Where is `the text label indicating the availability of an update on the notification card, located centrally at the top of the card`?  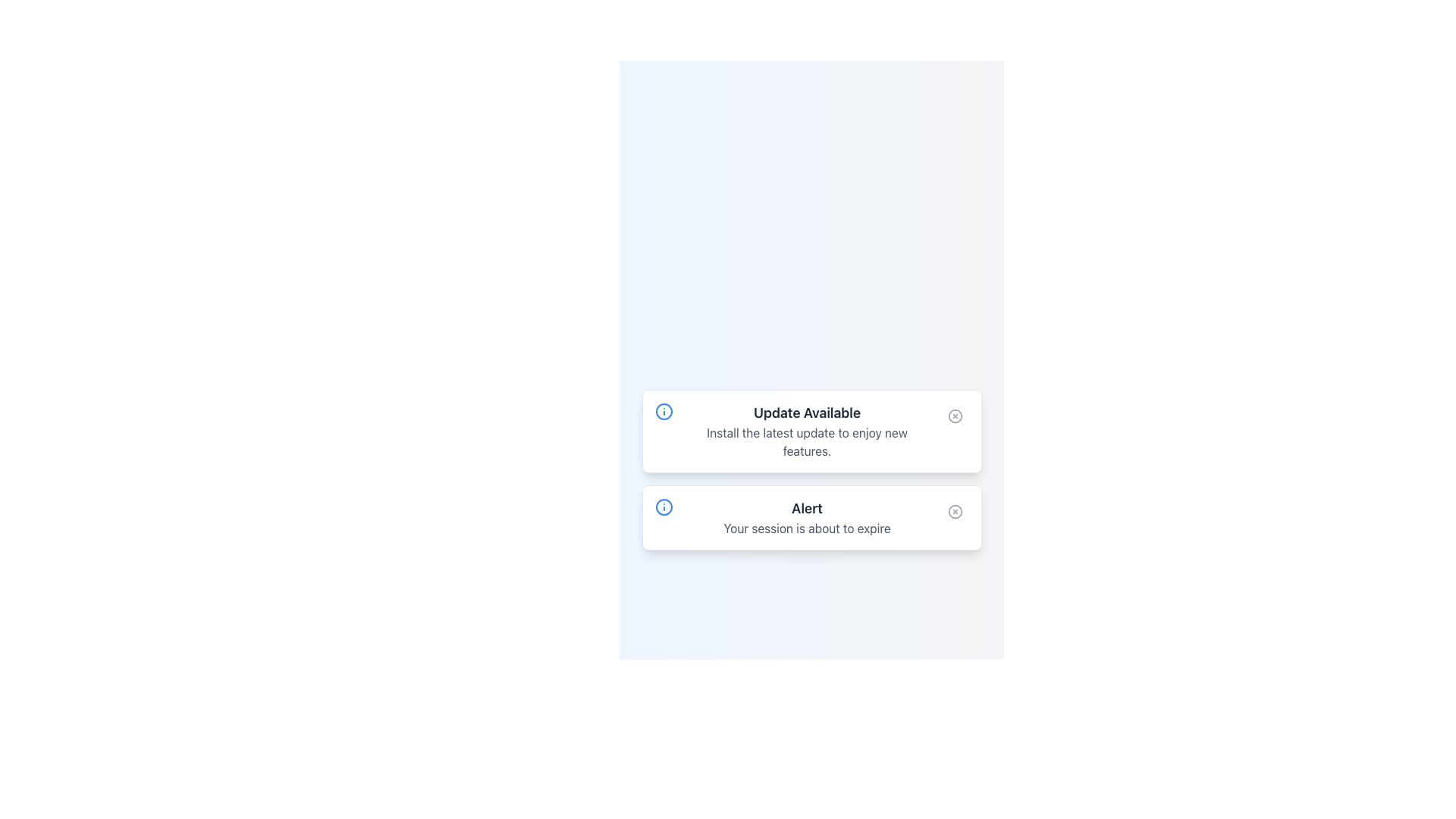
the text label indicating the availability of an update on the notification card, located centrally at the top of the card is located at coordinates (806, 413).